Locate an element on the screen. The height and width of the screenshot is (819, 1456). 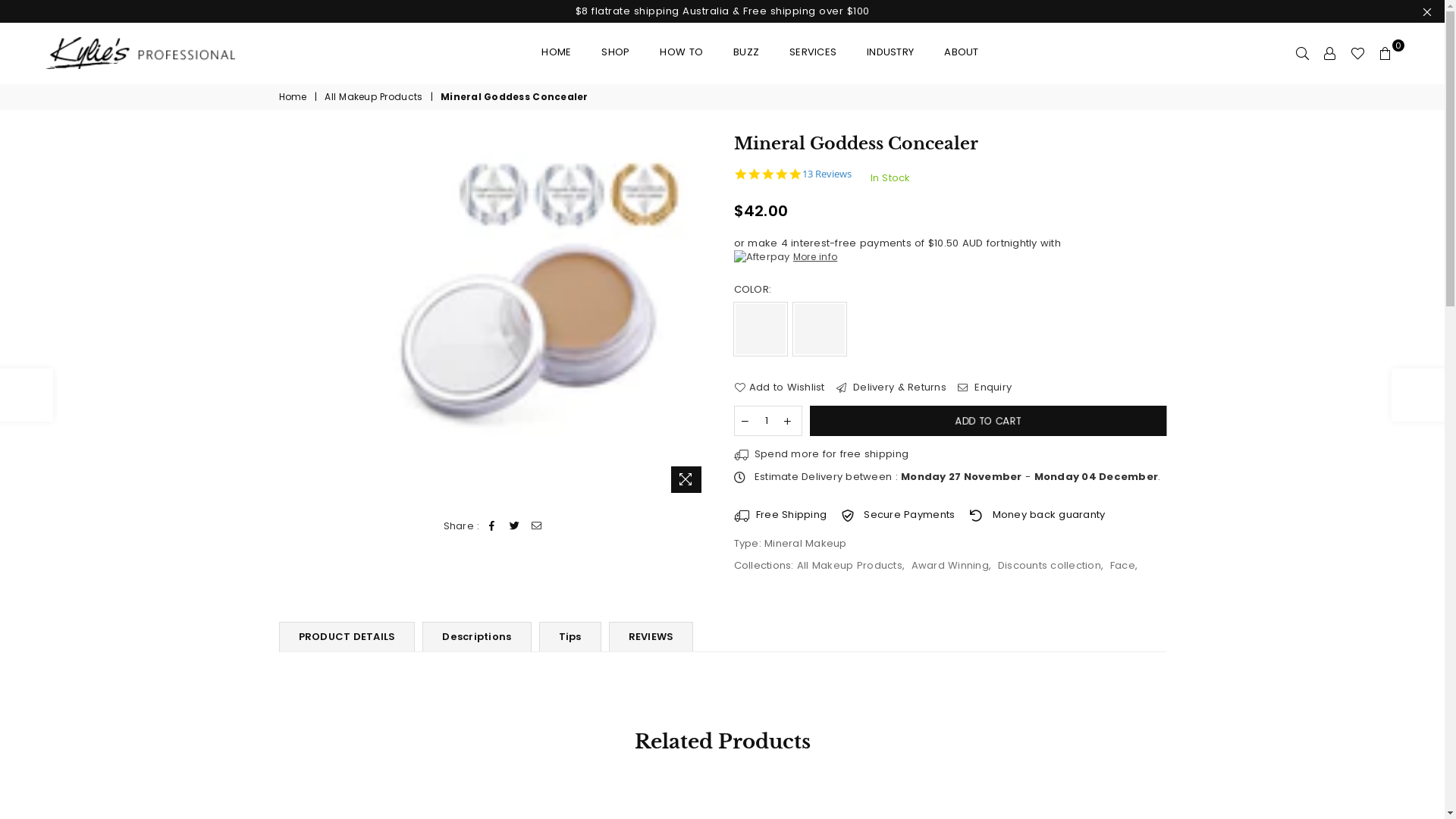
'PRODUCT DETAILS' is located at coordinates (346, 636).